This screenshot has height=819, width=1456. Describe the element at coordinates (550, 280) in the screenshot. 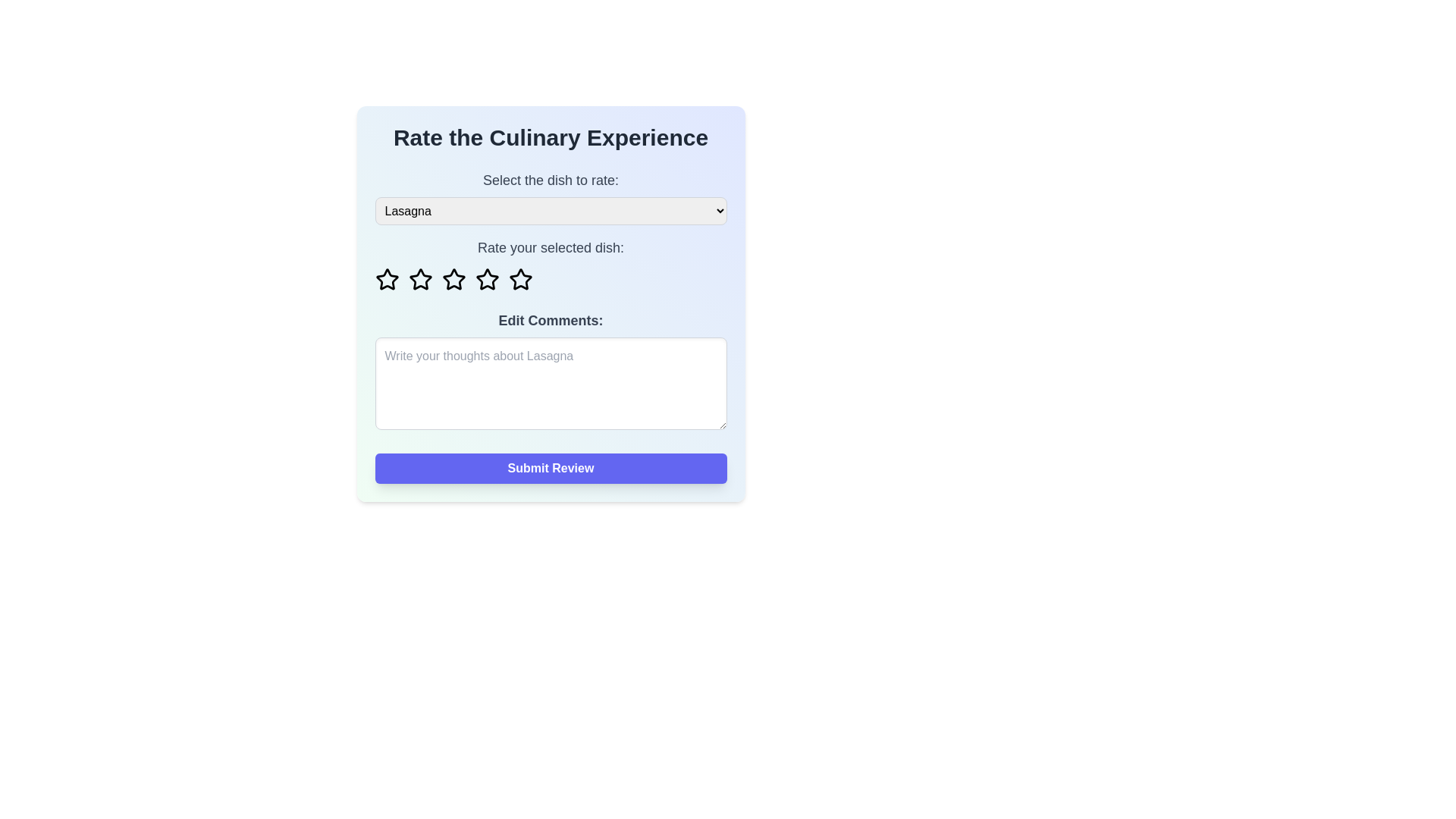

I see `the Rating component consisting of clickable star icons, which is located directly below the text 'Rate your selected dish:'` at that location.